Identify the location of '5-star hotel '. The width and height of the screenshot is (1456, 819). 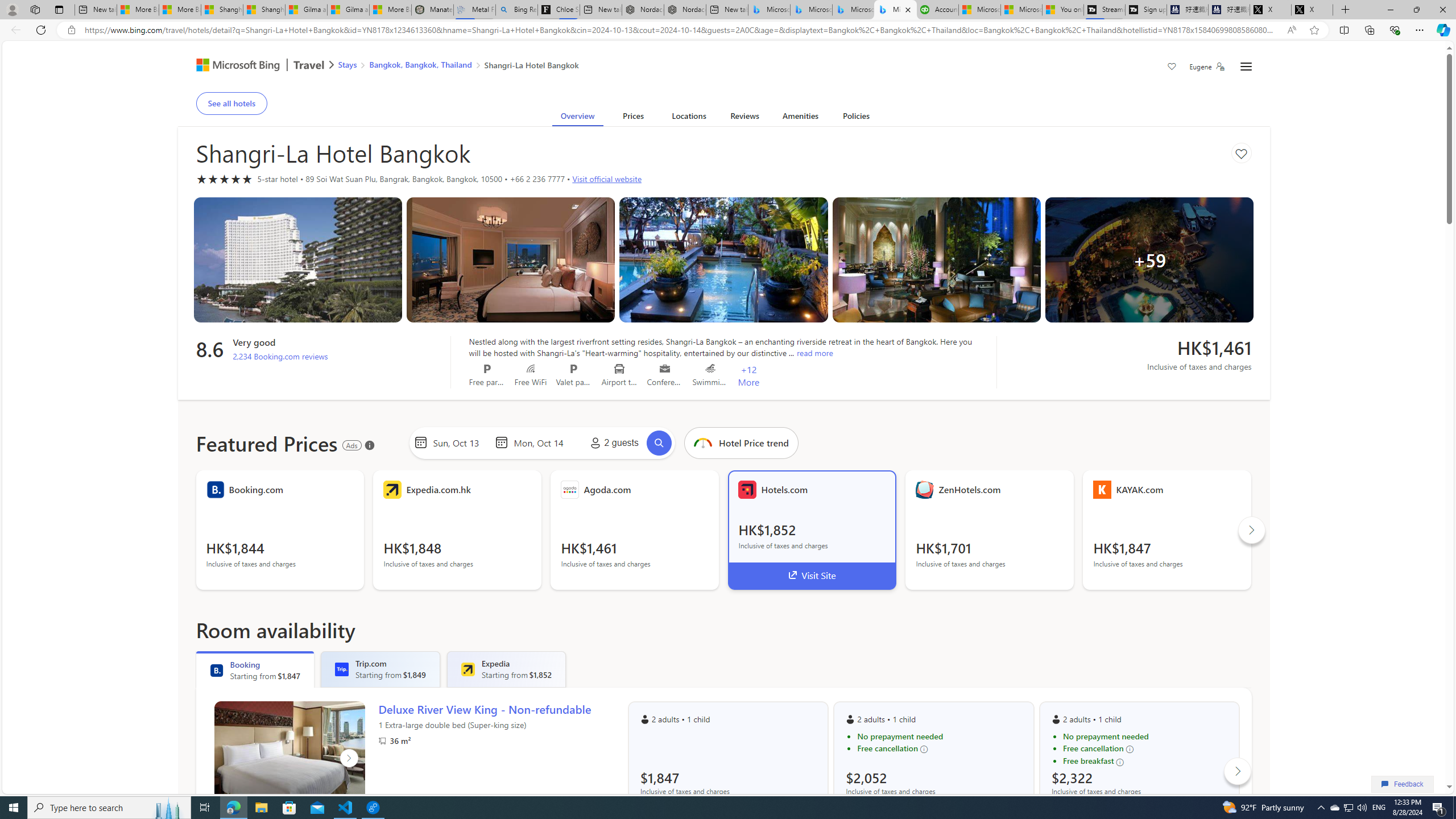
(224, 179).